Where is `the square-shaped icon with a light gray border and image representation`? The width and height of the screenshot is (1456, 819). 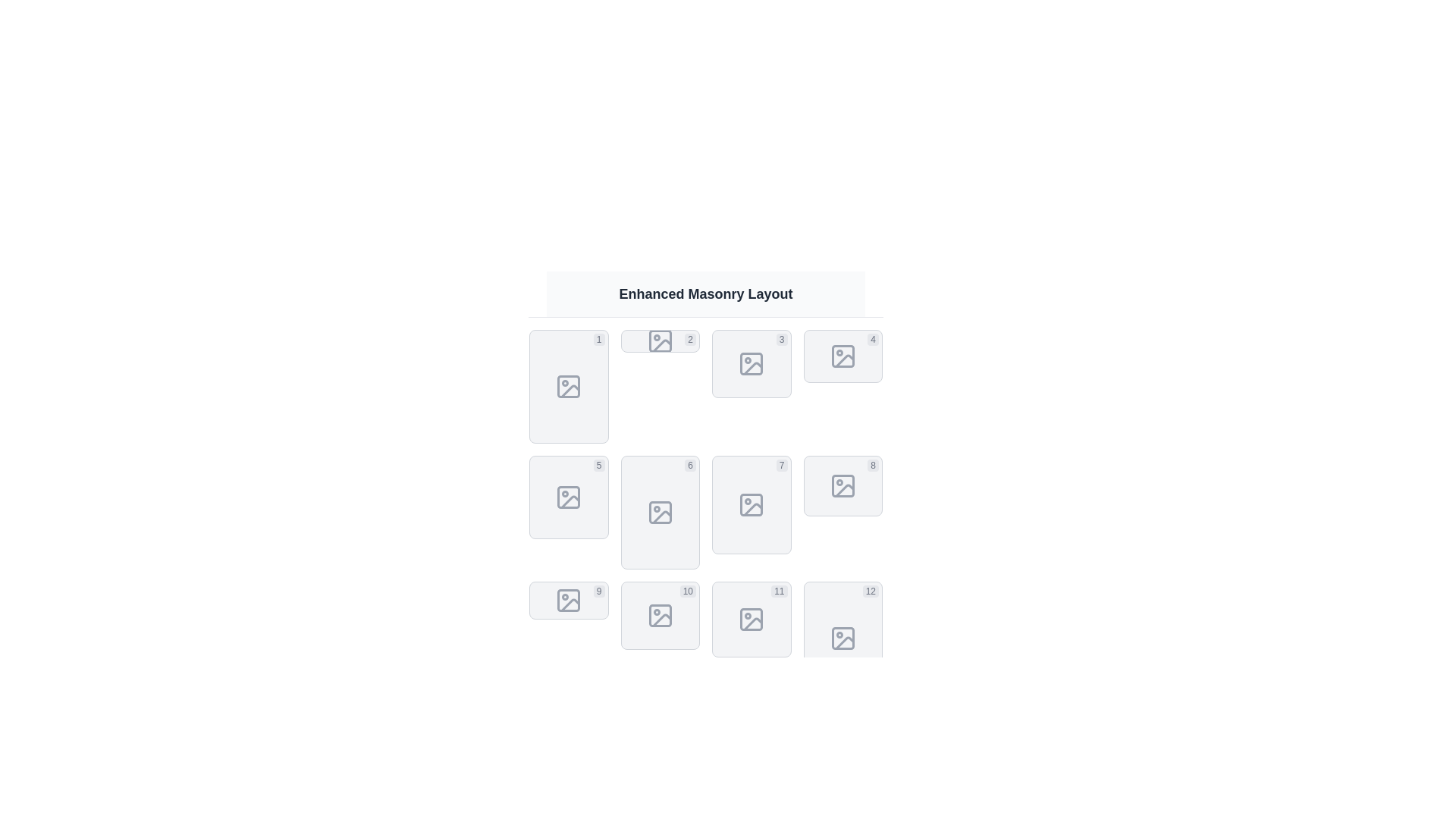 the square-shaped icon with a light gray border and image representation is located at coordinates (842, 485).